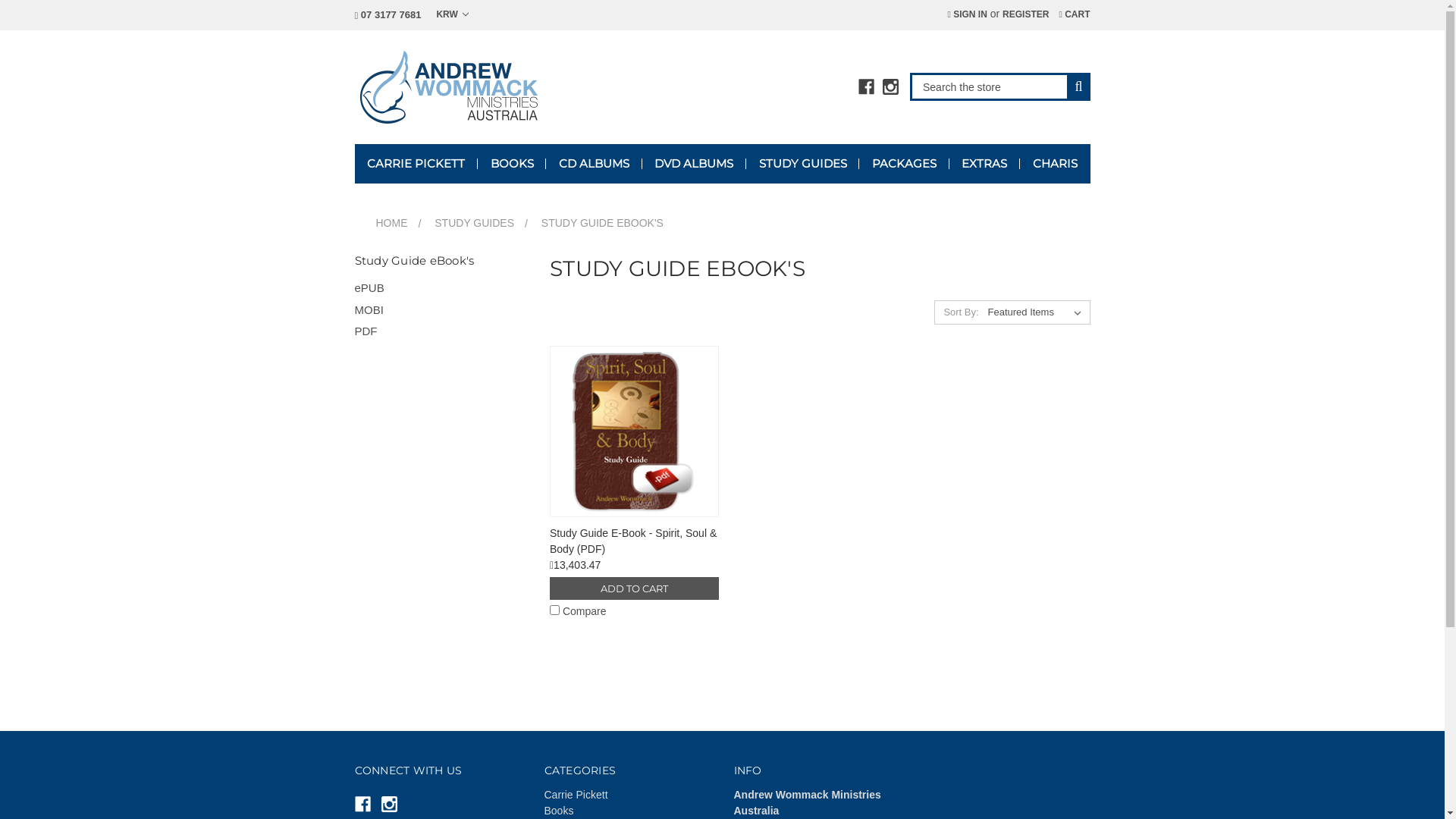  What do you see at coordinates (440, 331) in the screenshot?
I see `'PDF'` at bounding box center [440, 331].